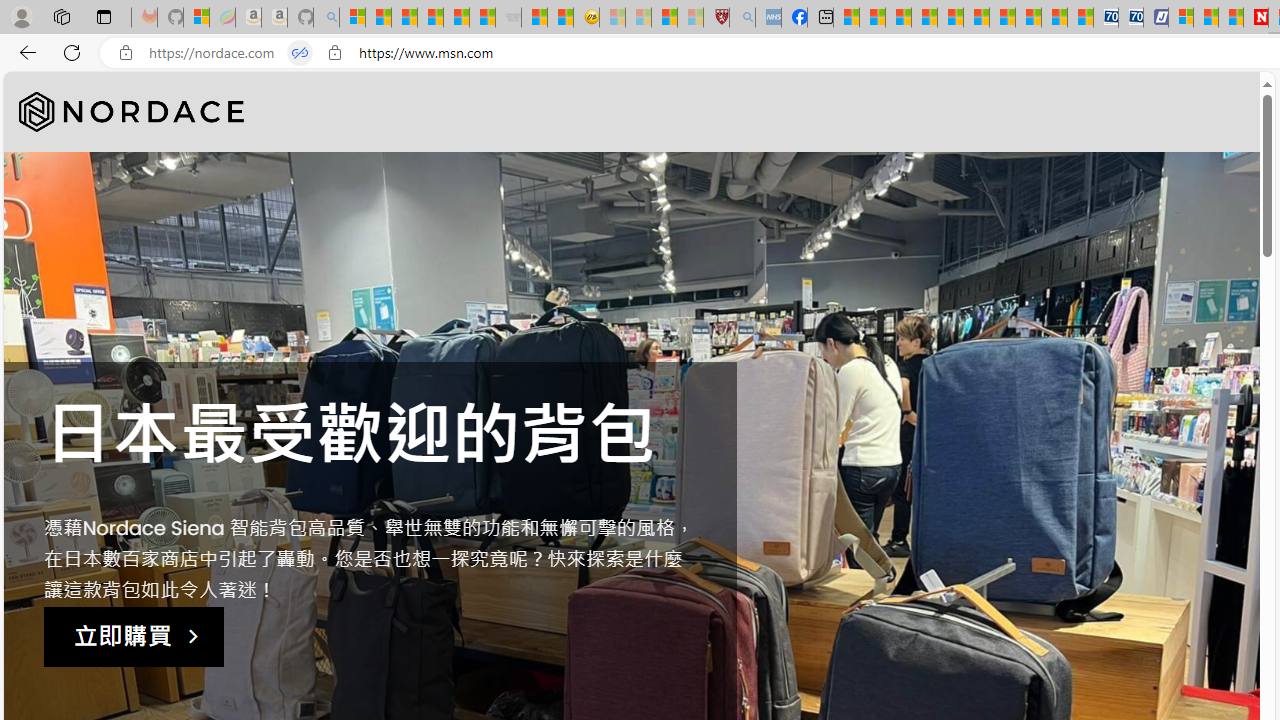 This screenshot has height=720, width=1280. Describe the element at coordinates (690, 17) in the screenshot. I see `'12 Popular Science Lies that Must be Corrected - Sleeping'` at that location.